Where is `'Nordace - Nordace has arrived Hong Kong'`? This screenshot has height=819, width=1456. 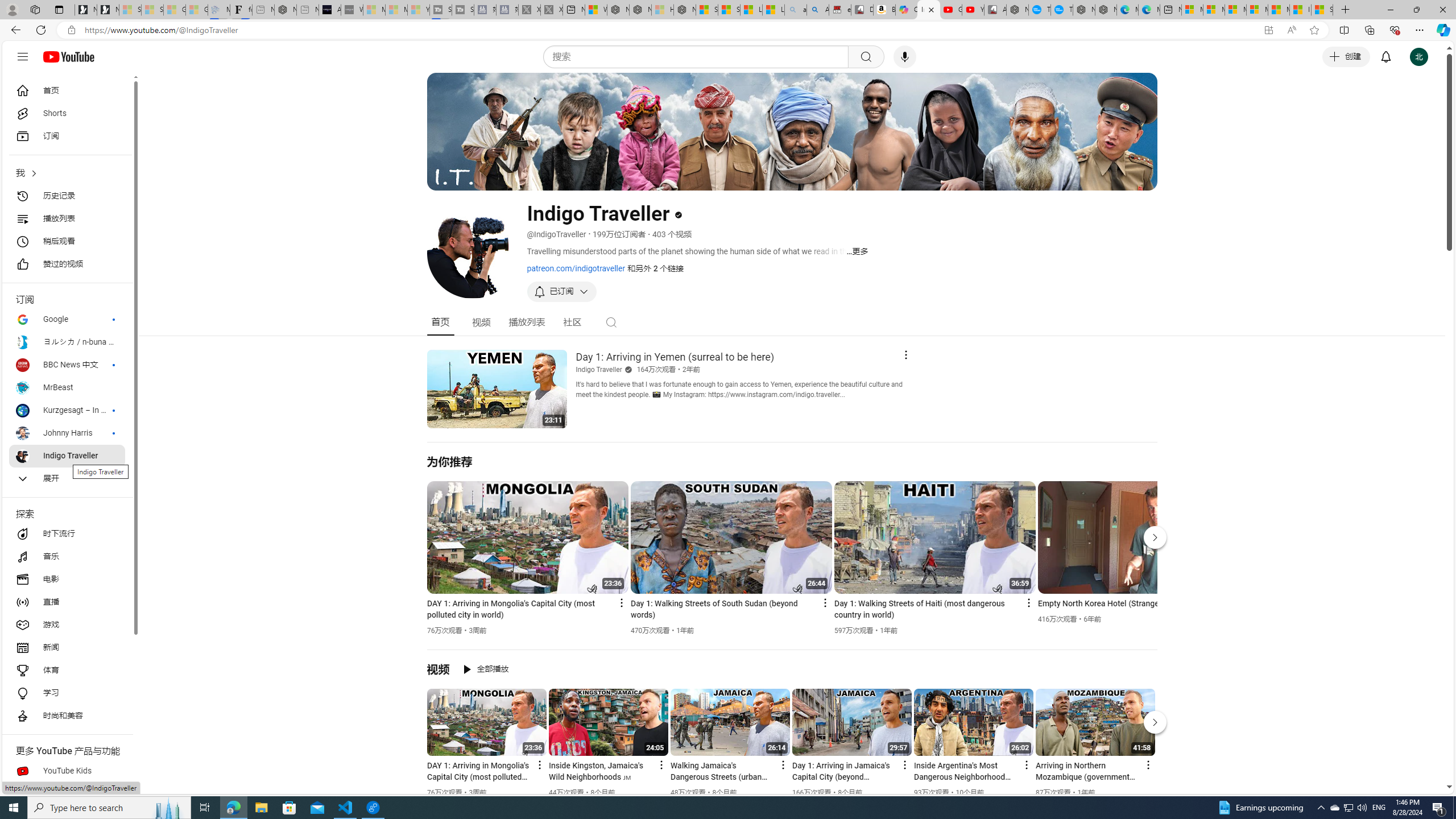
'Nordace - Nordace has arrived Hong Kong' is located at coordinates (1106, 9).